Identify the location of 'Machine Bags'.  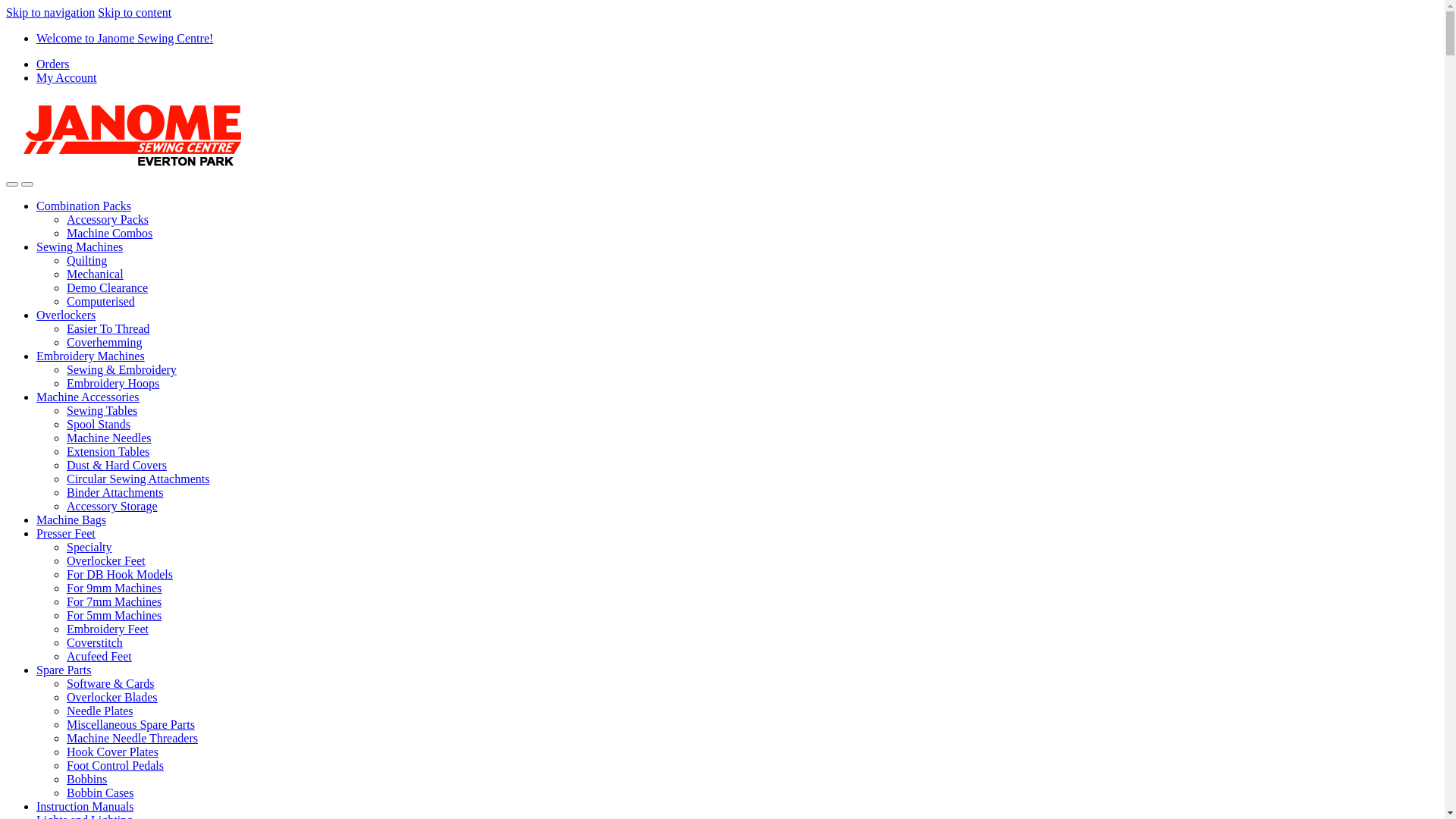
(71, 519).